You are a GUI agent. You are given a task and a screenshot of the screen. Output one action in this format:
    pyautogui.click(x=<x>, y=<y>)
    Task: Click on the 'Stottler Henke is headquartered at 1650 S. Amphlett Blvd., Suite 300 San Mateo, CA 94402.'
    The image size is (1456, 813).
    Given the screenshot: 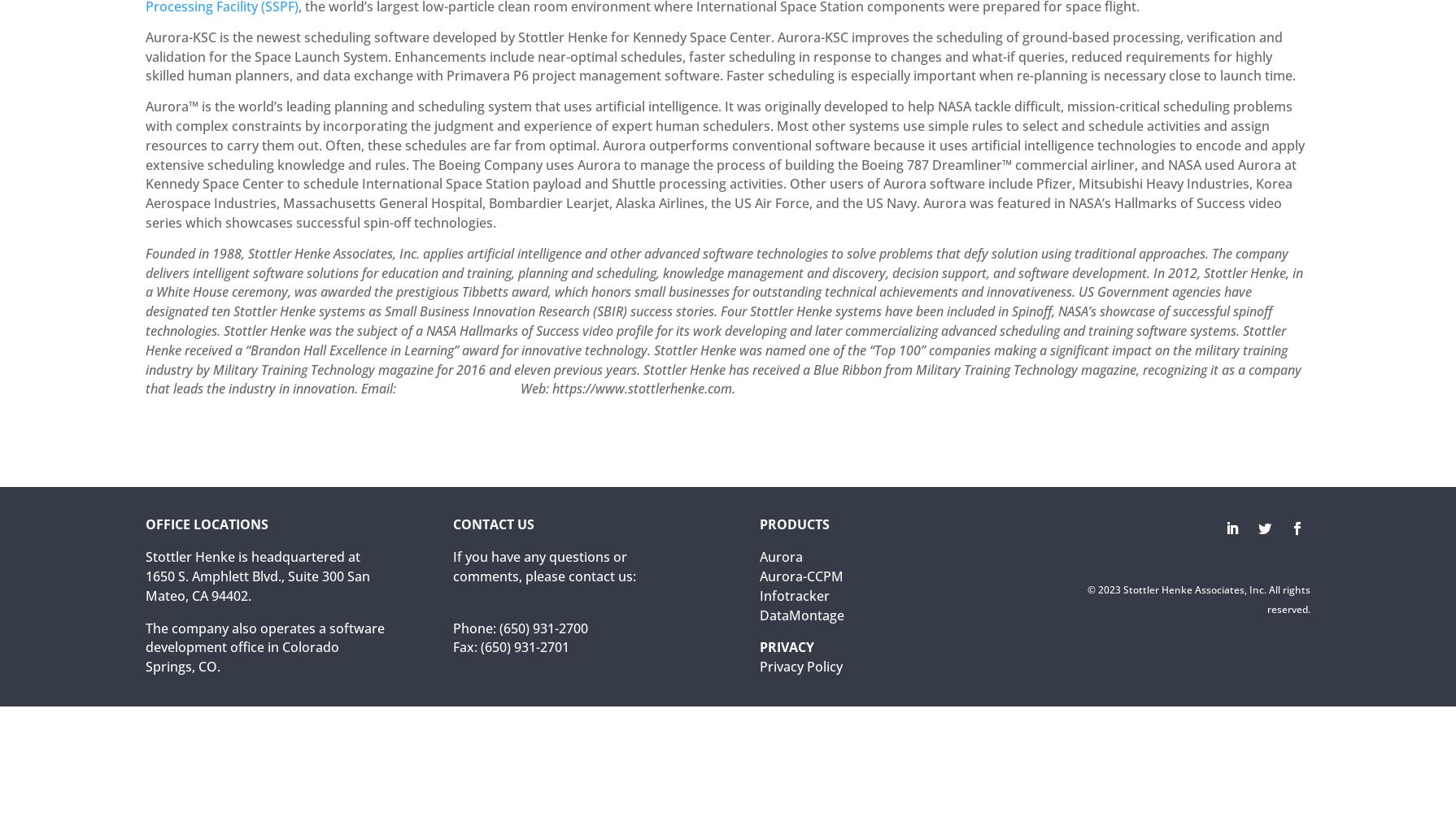 What is the action you would take?
    pyautogui.click(x=258, y=575)
    